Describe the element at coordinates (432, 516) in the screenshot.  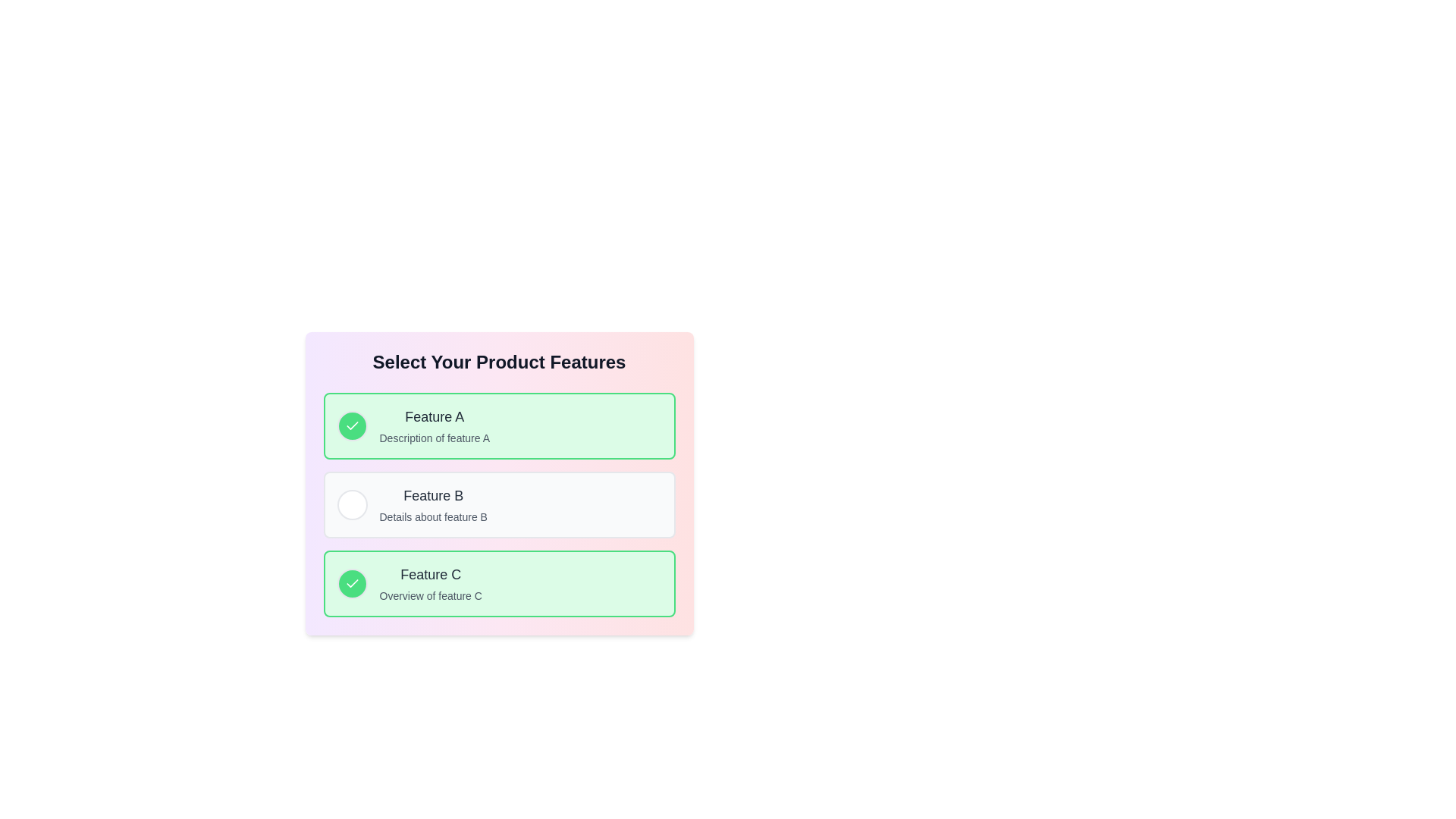
I see `the text label element reading 'Details about feature B', which is styled in a small, light gray font and located under the bold title 'Feature B'` at that location.